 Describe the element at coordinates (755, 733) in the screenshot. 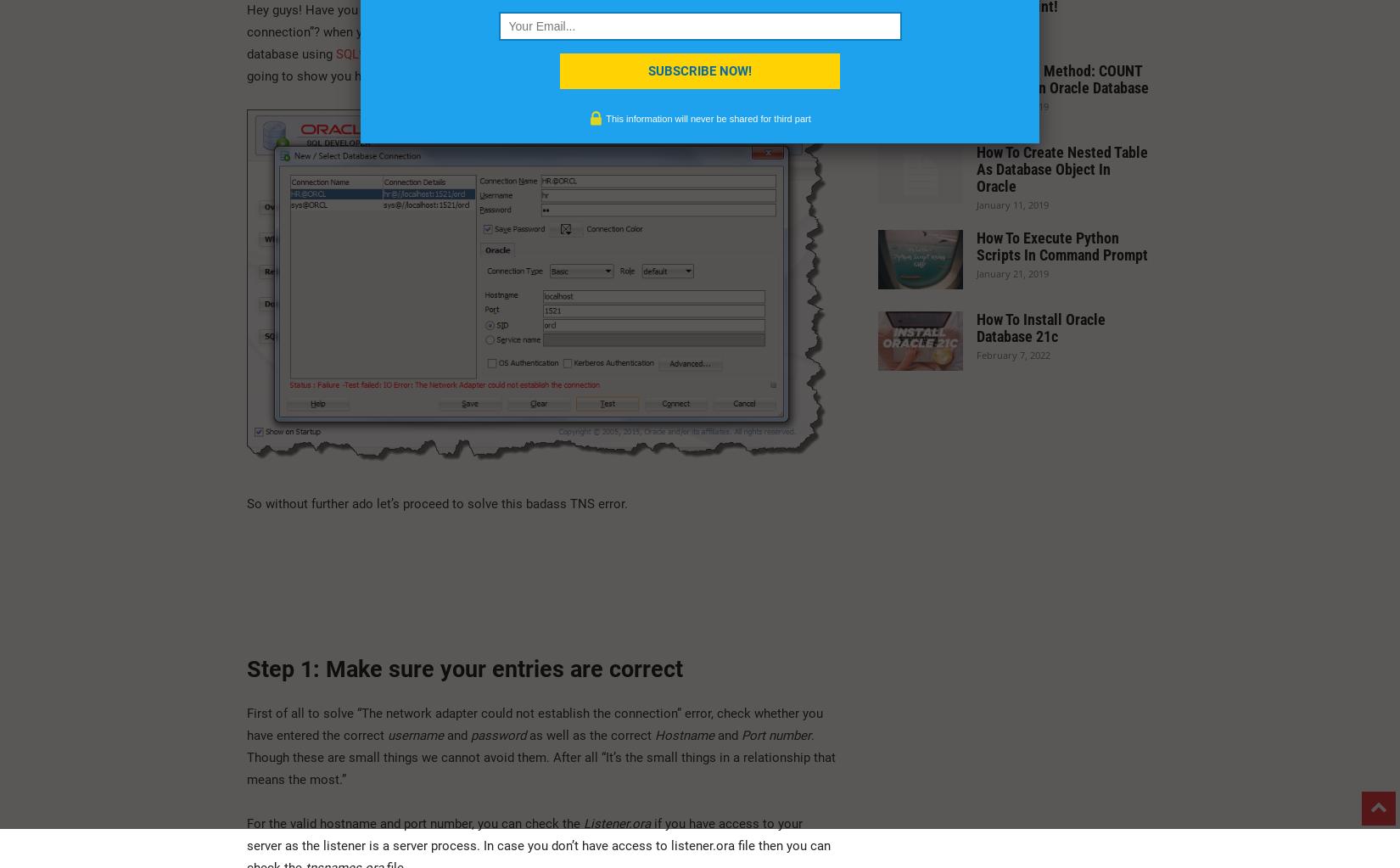

I see `'Port'` at that location.